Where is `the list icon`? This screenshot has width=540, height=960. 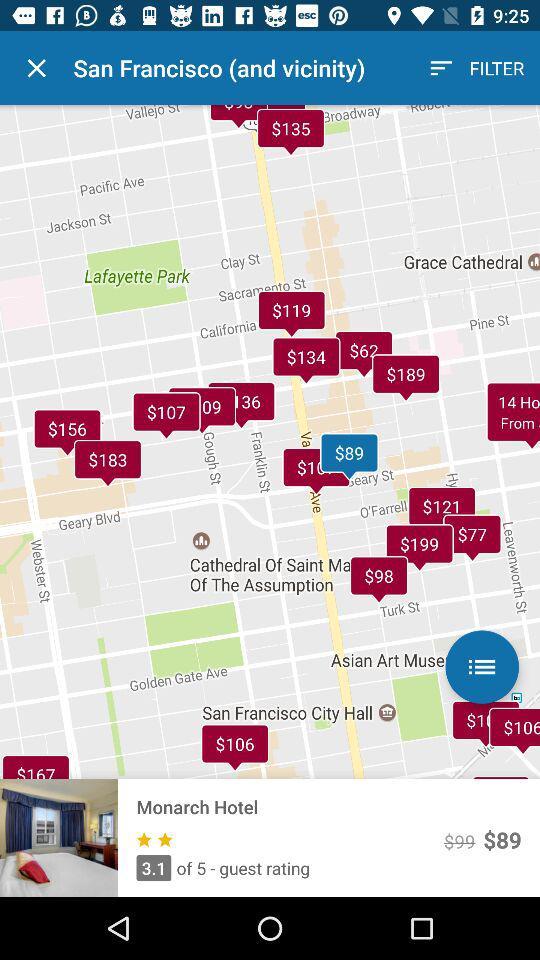
the list icon is located at coordinates (481, 667).